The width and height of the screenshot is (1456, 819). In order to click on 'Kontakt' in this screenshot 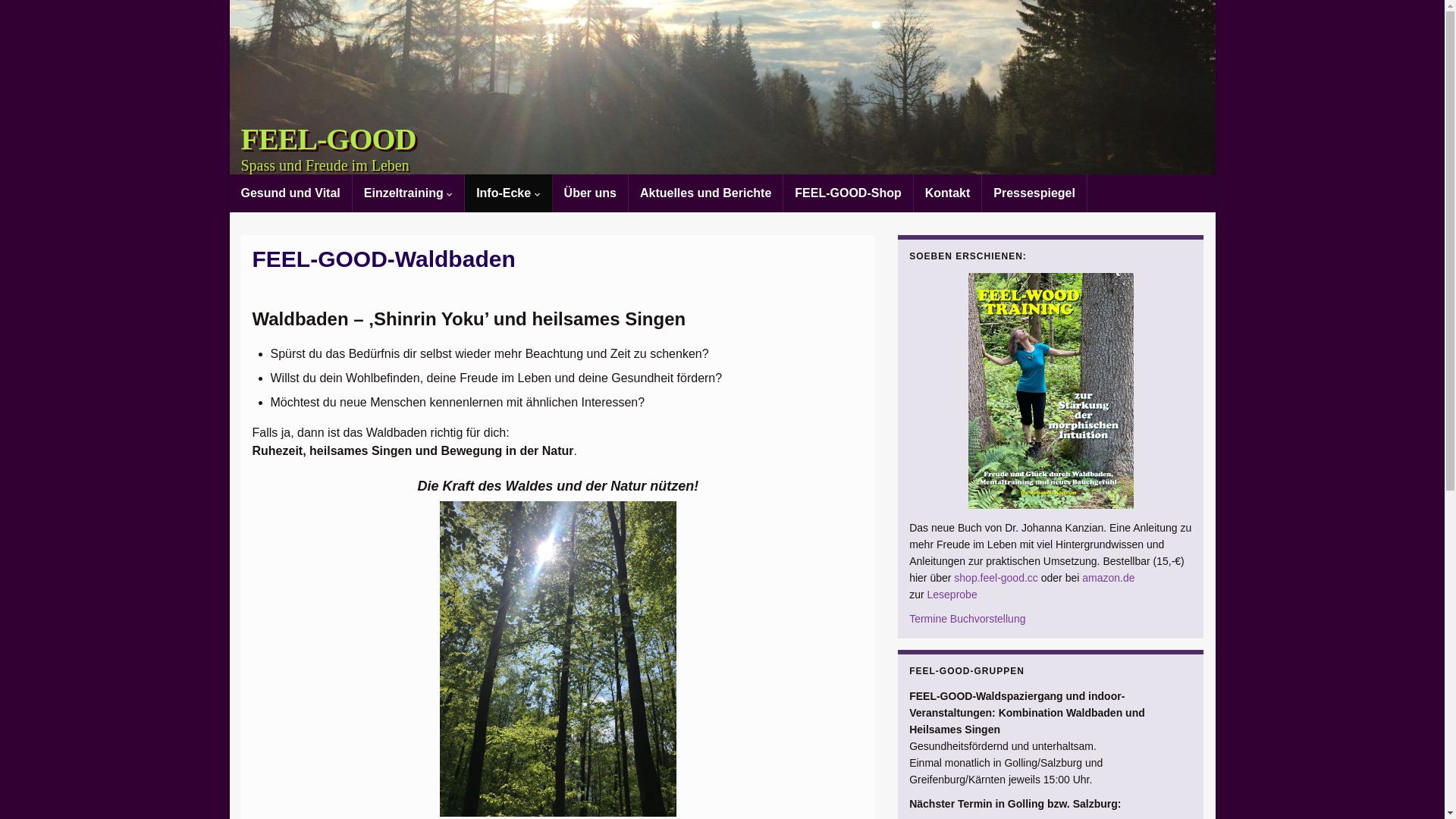, I will do `click(946, 192)`.